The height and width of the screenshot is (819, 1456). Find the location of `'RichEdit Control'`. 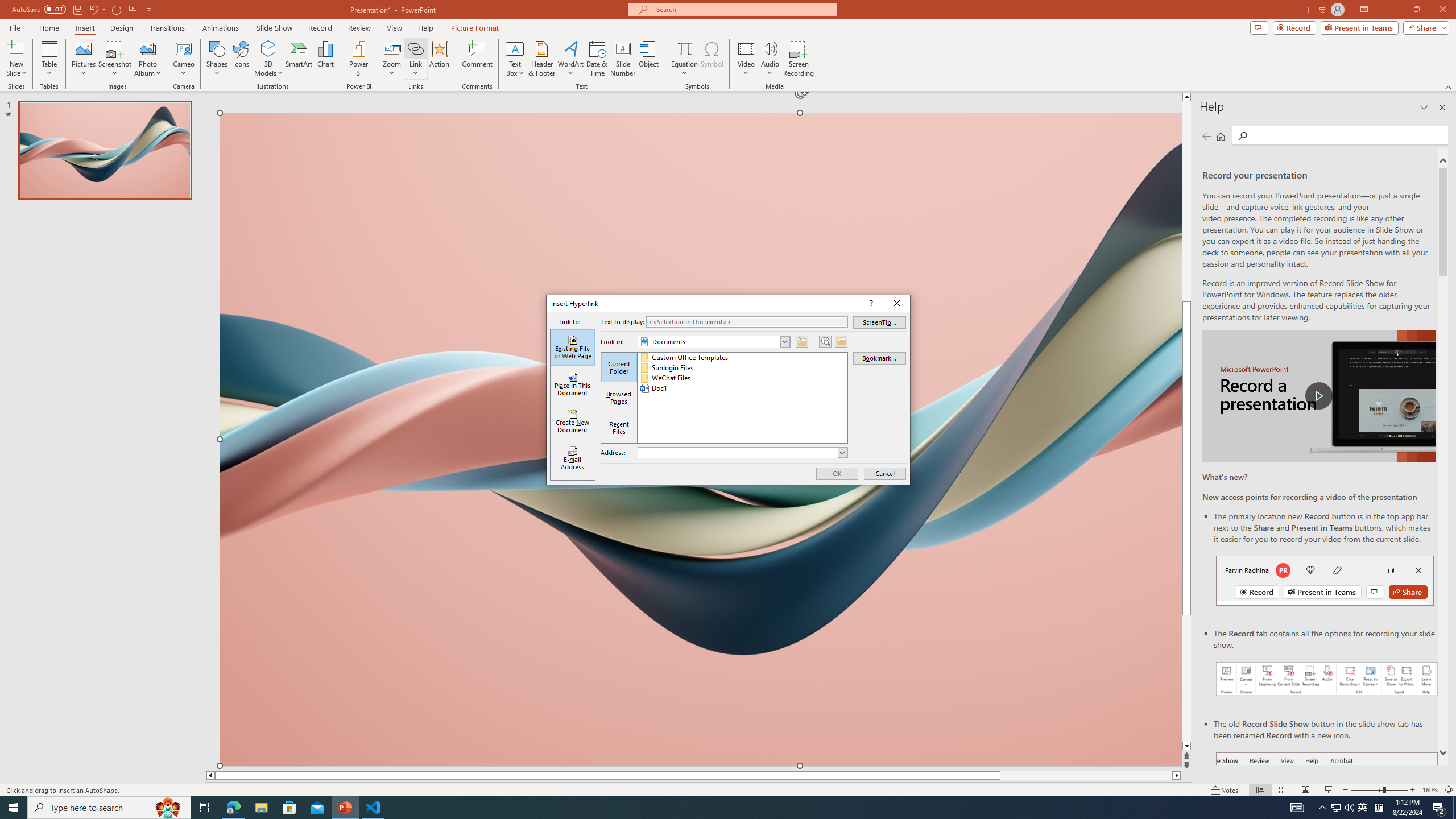

'RichEdit Control' is located at coordinates (737, 453).